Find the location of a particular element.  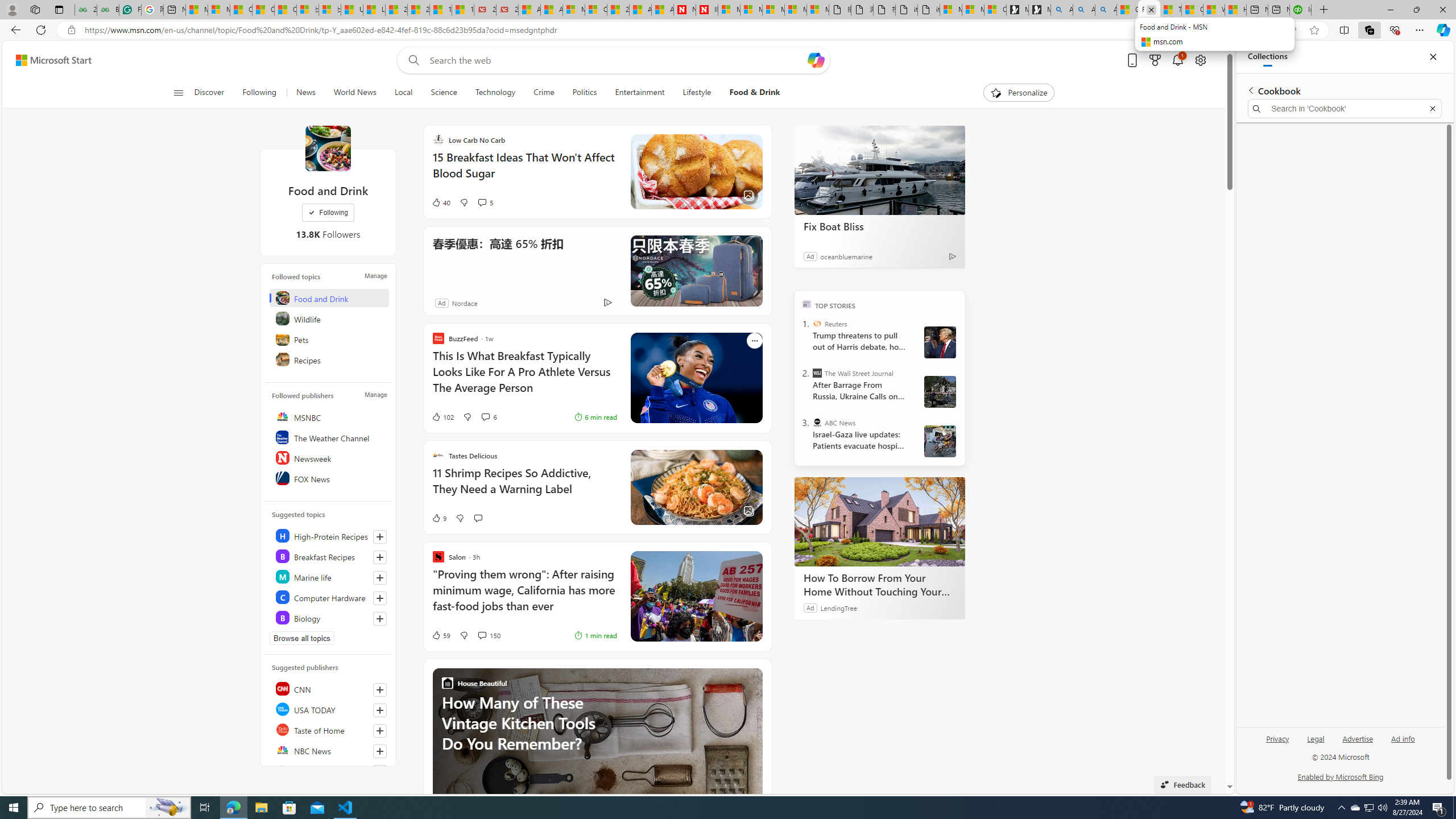

'59 Like' is located at coordinates (440, 634).